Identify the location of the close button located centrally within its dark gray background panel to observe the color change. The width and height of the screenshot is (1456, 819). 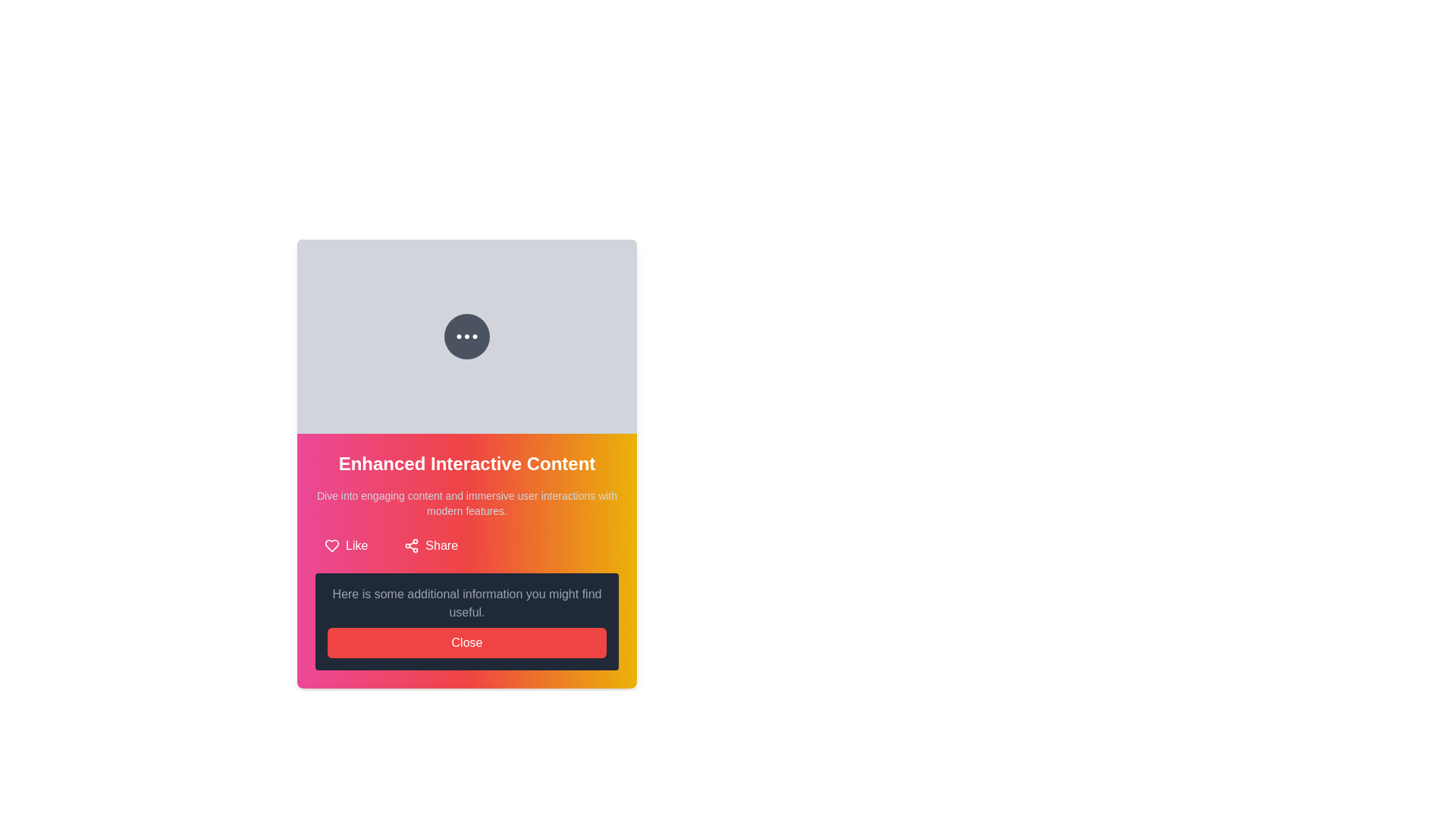
(466, 643).